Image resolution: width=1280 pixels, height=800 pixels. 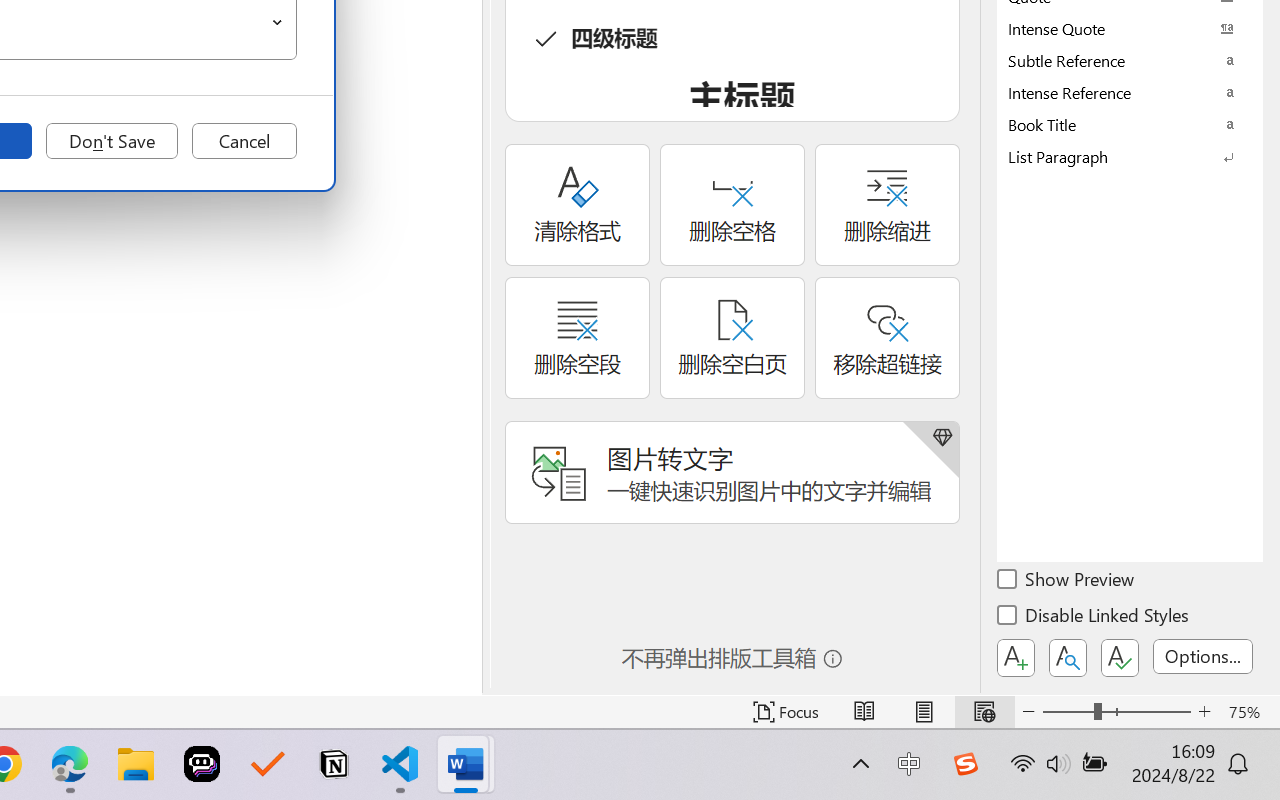 What do you see at coordinates (1066, 581) in the screenshot?
I see `'Show Preview'` at bounding box center [1066, 581].